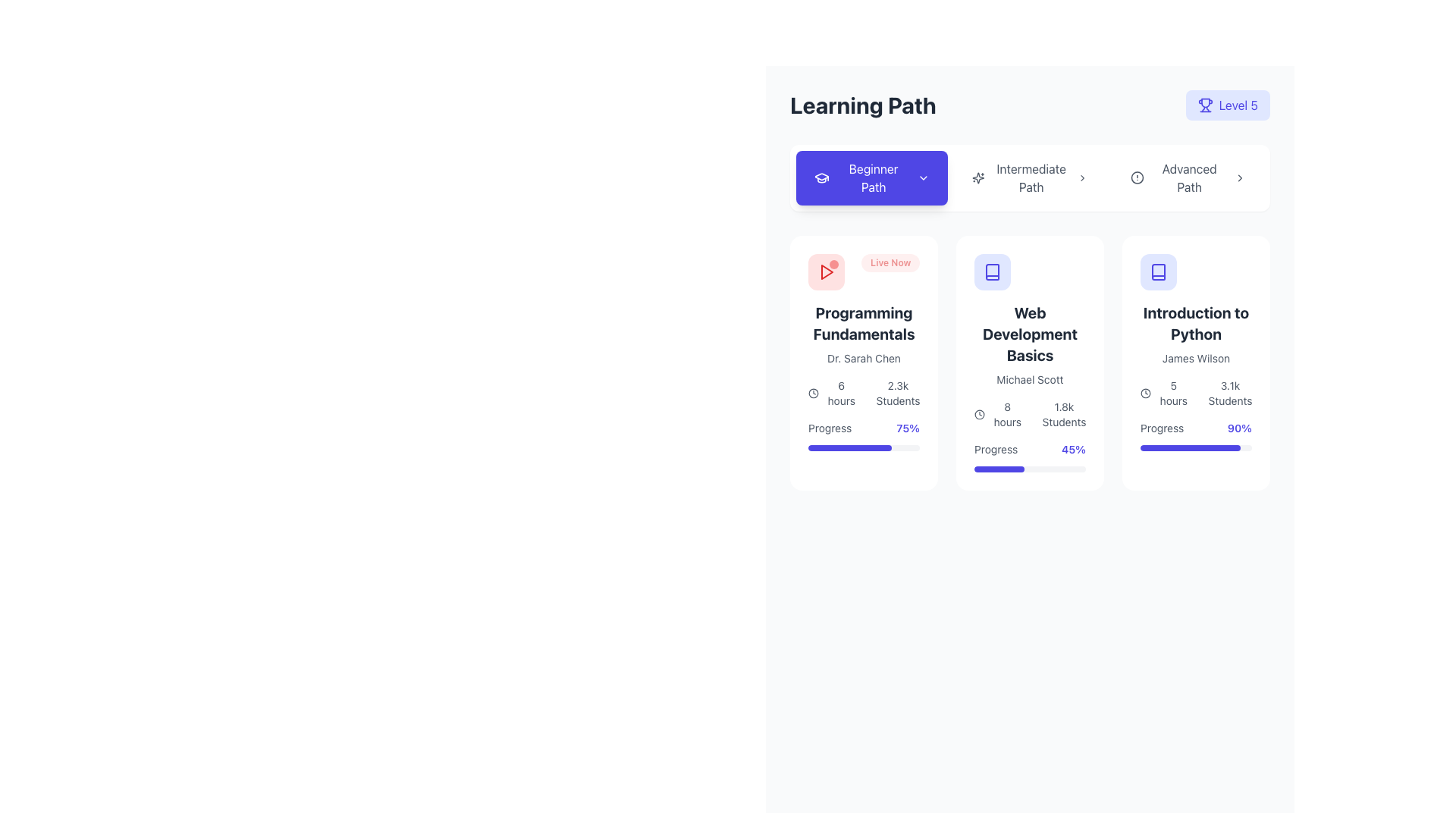 The image size is (1456, 819). Describe the element at coordinates (1157, 271) in the screenshot. I see `the open book SVG graphic icon located in the top-left corner of the 'Introduction to Python' course card` at that location.